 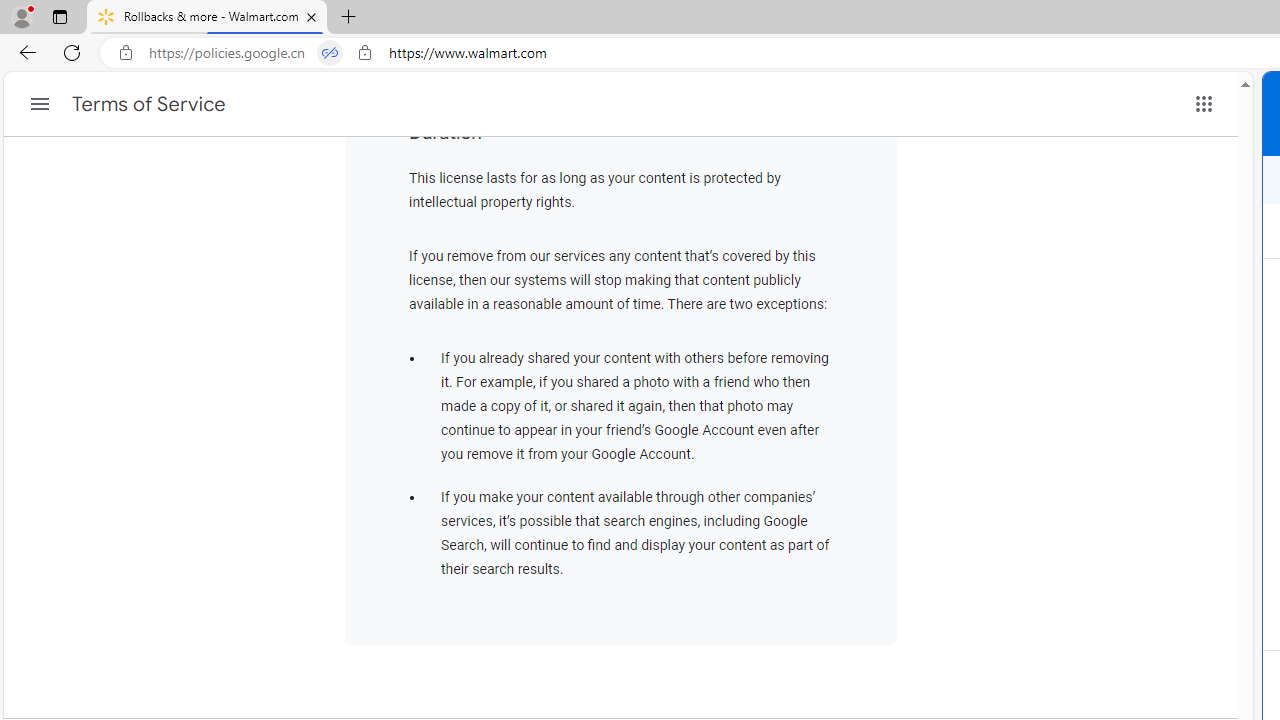 What do you see at coordinates (310, 17) in the screenshot?
I see `'Close tab'` at bounding box center [310, 17].